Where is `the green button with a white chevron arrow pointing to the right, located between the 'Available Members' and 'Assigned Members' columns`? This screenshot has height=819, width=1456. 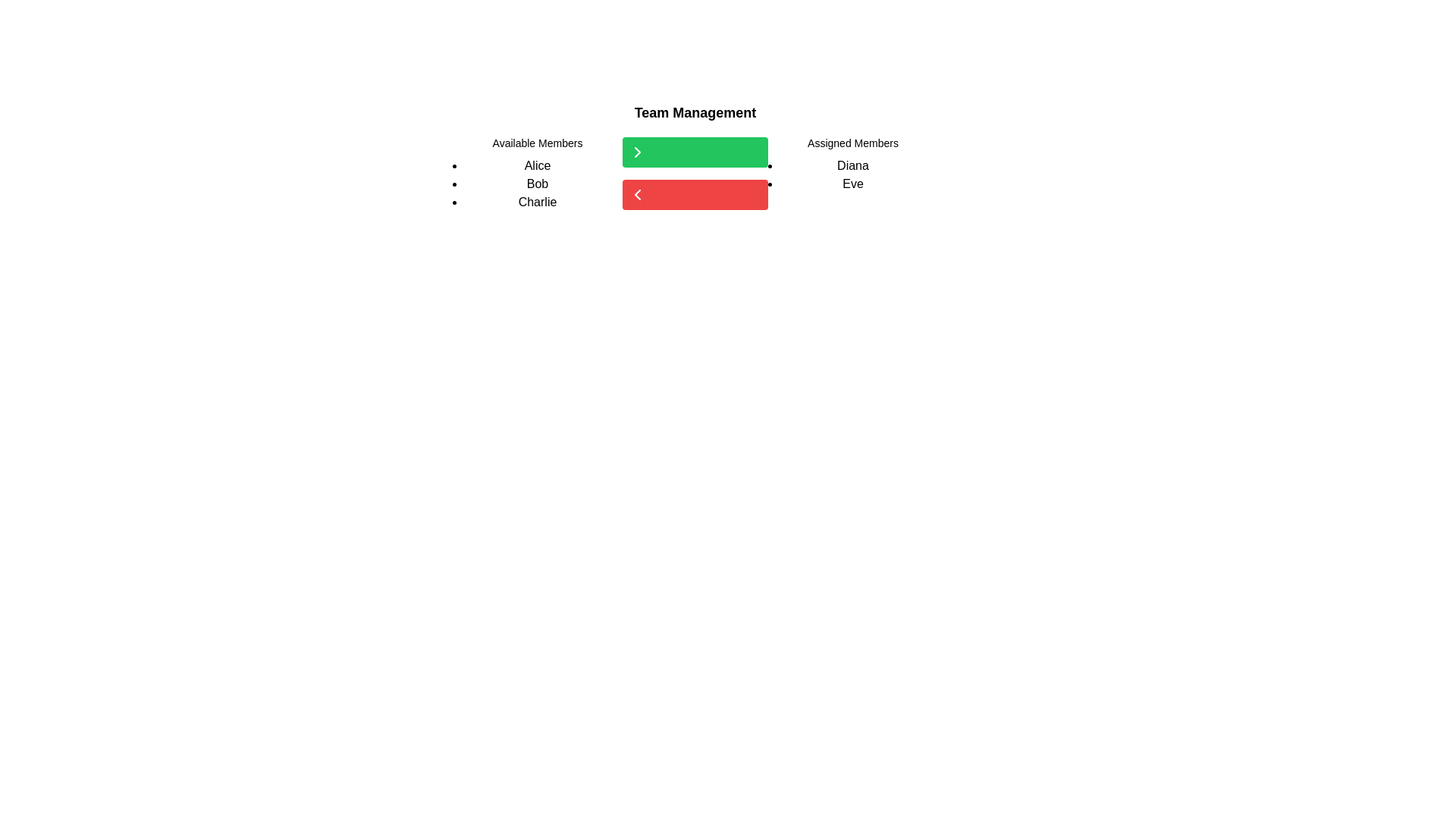 the green button with a white chevron arrow pointing to the right, located between the 'Available Members' and 'Assigned Members' columns is located at coordinates (694, 172).